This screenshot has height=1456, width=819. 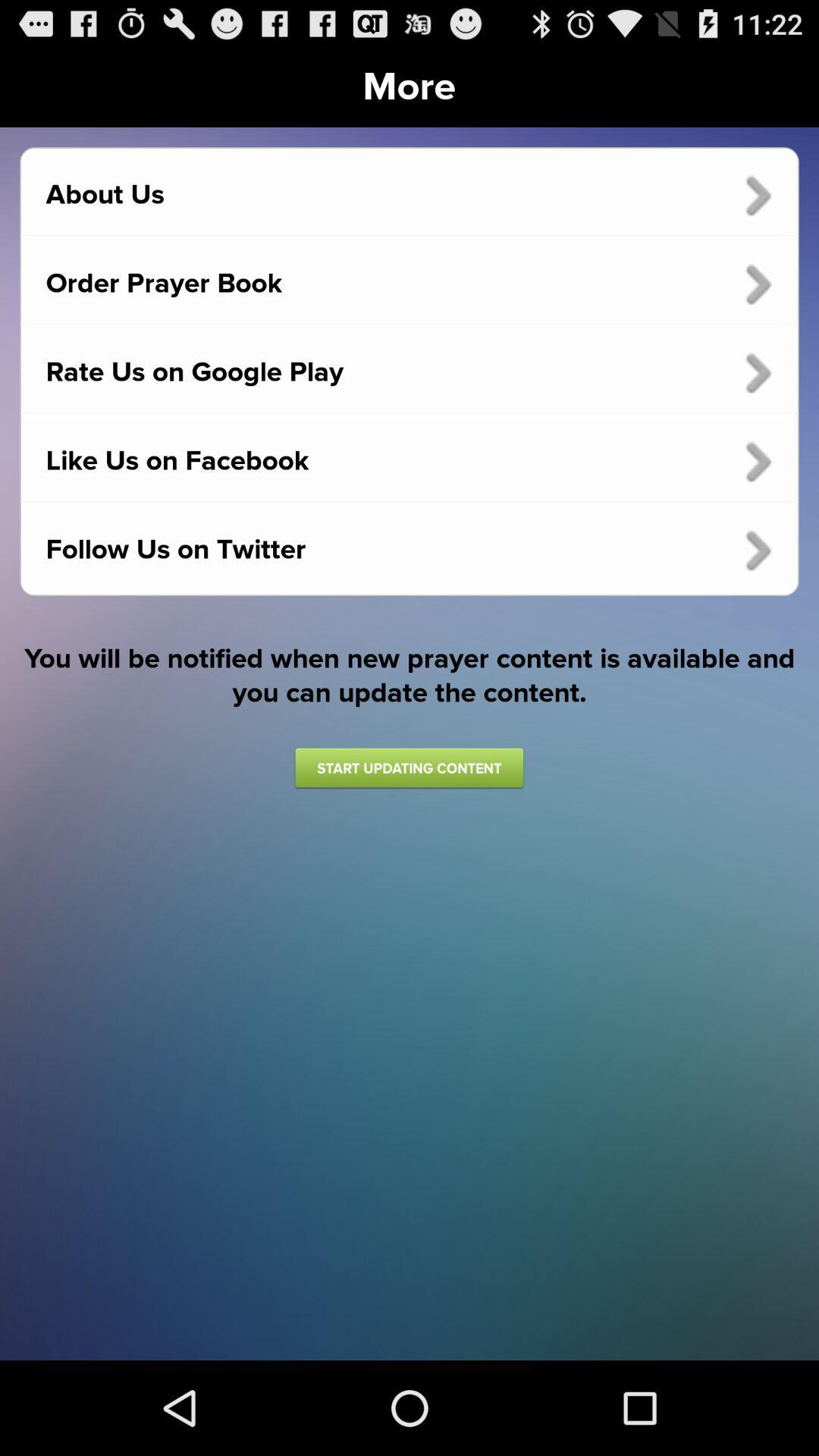 I want to click on the app below the you will be icon, so click(x=408, y=767).